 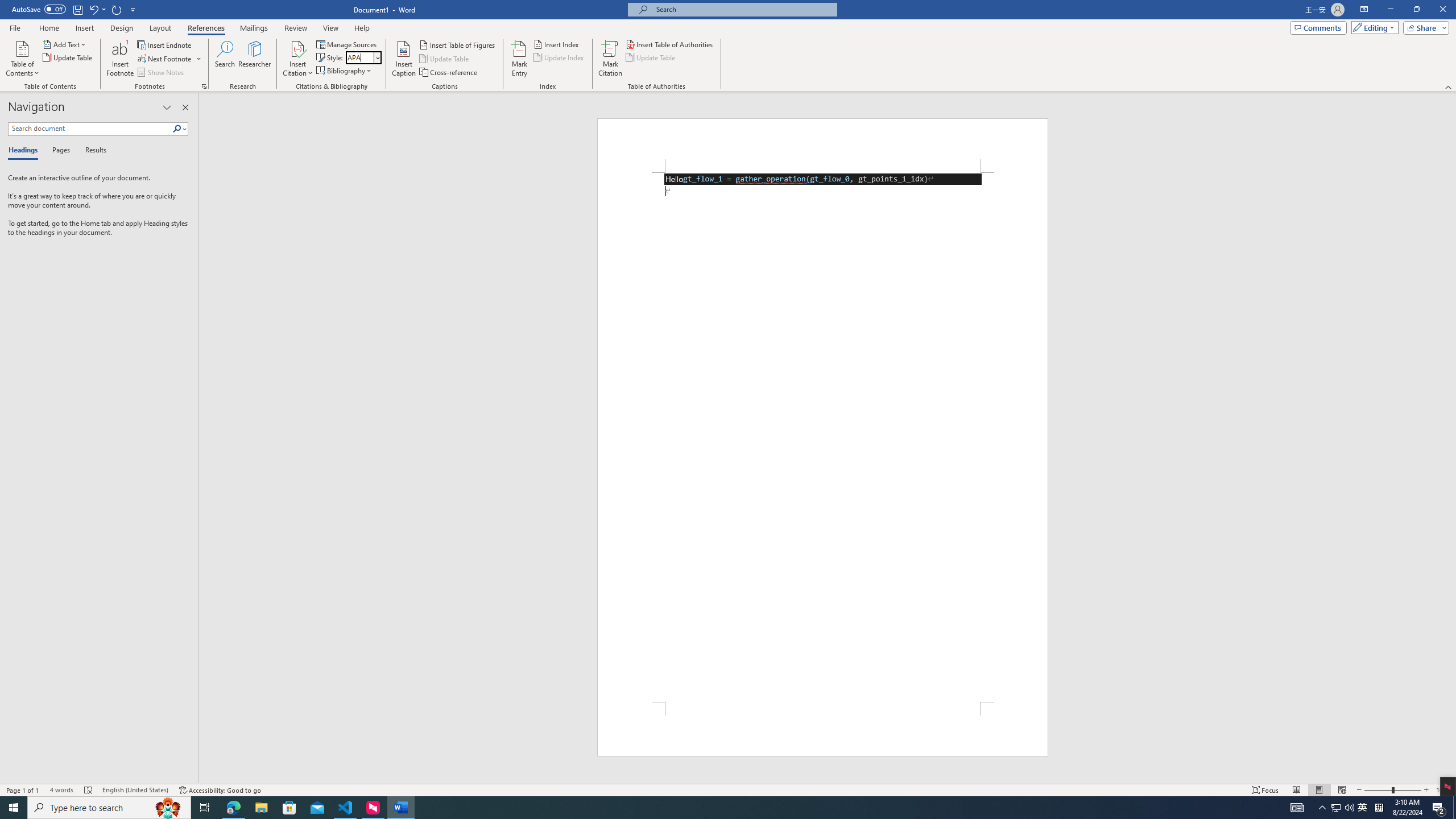 What do you see at coordinates (90, 128) in the screenshot?
I see `'Search document'` at bounding box center [90, 128].